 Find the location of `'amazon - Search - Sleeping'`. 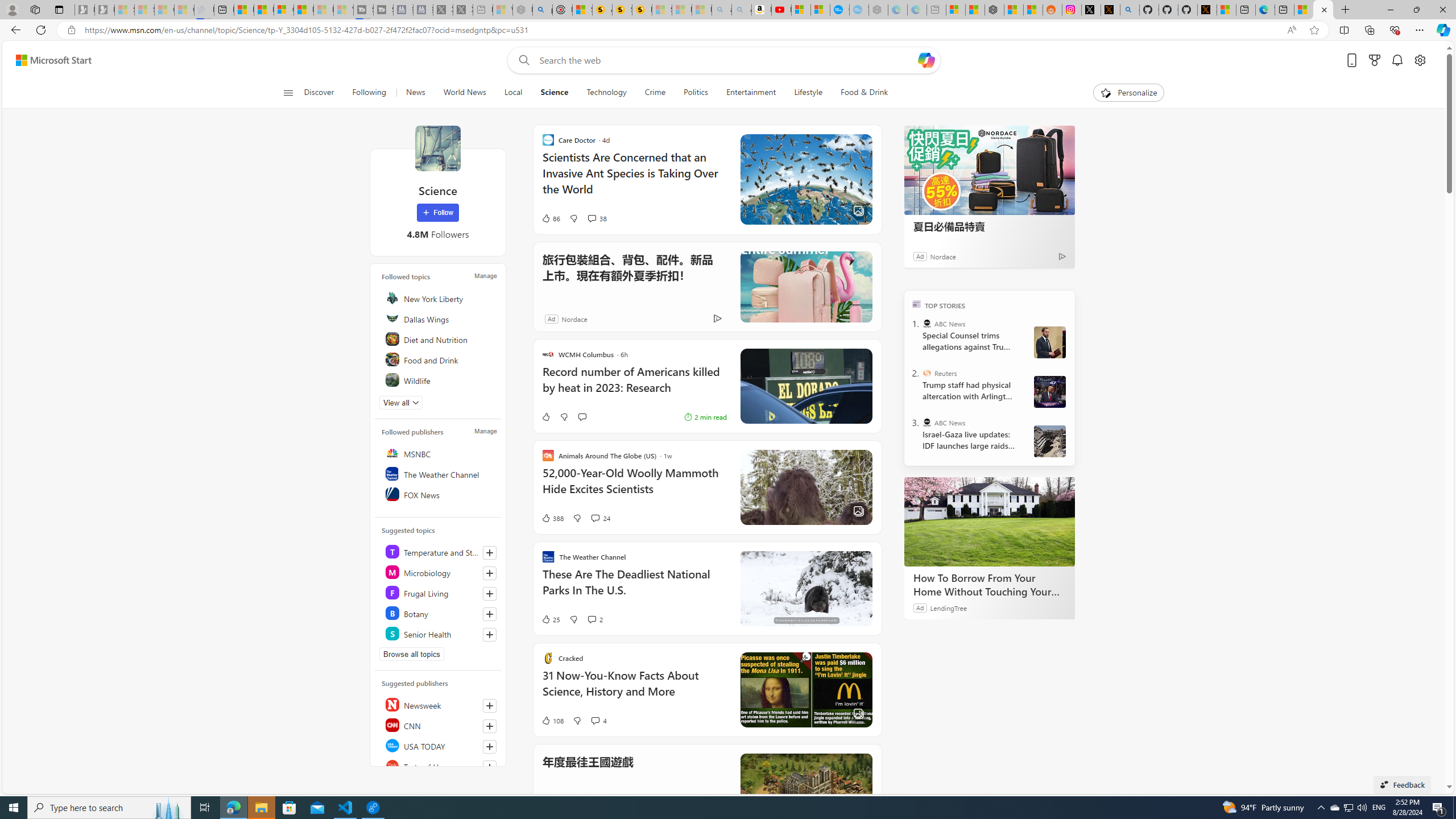

'amazon - Search - Sleeping' is located at coordinates (721, 9).